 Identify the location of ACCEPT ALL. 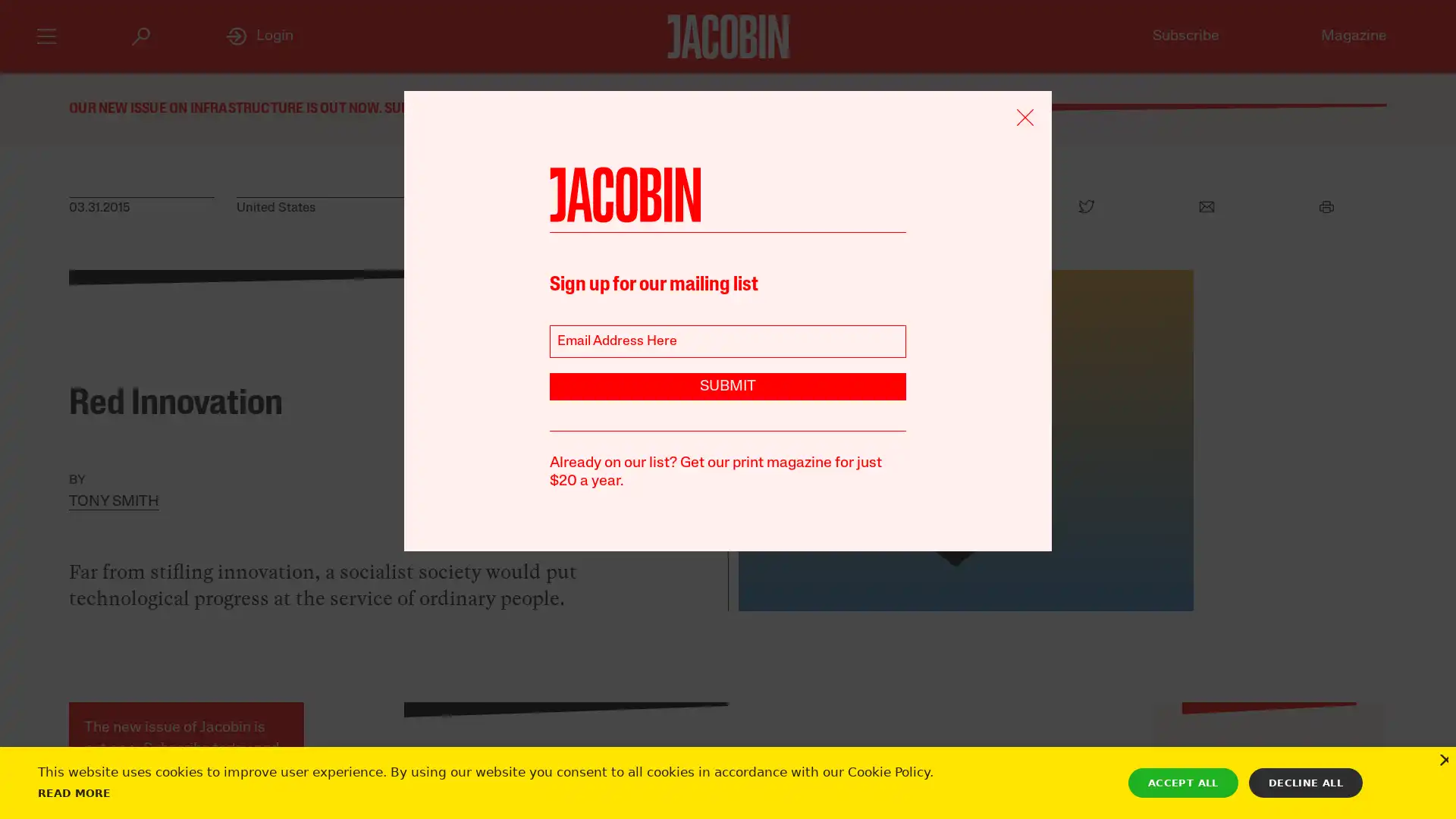
(1181, 782).